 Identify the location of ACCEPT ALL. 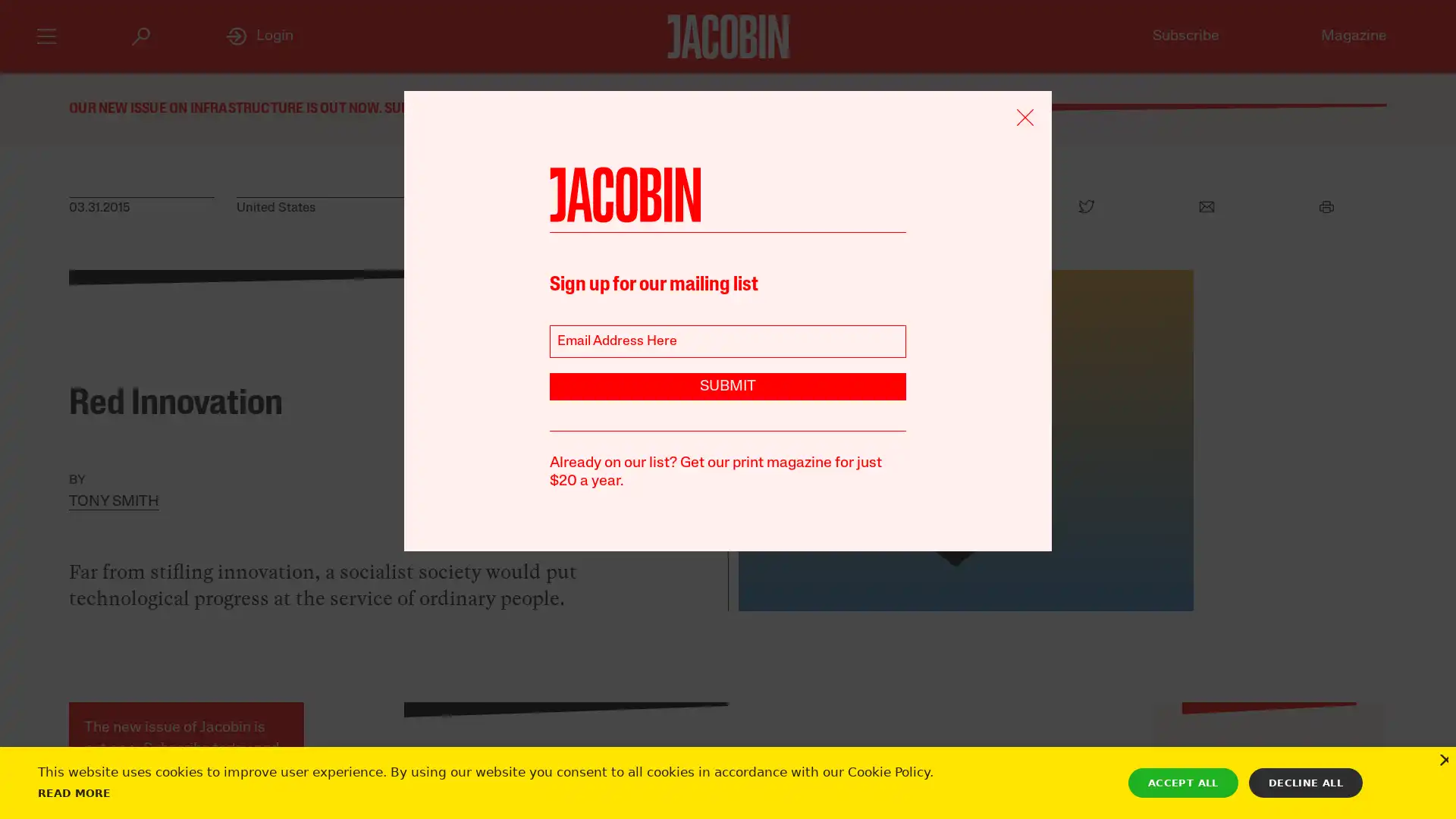
(1181, 782).